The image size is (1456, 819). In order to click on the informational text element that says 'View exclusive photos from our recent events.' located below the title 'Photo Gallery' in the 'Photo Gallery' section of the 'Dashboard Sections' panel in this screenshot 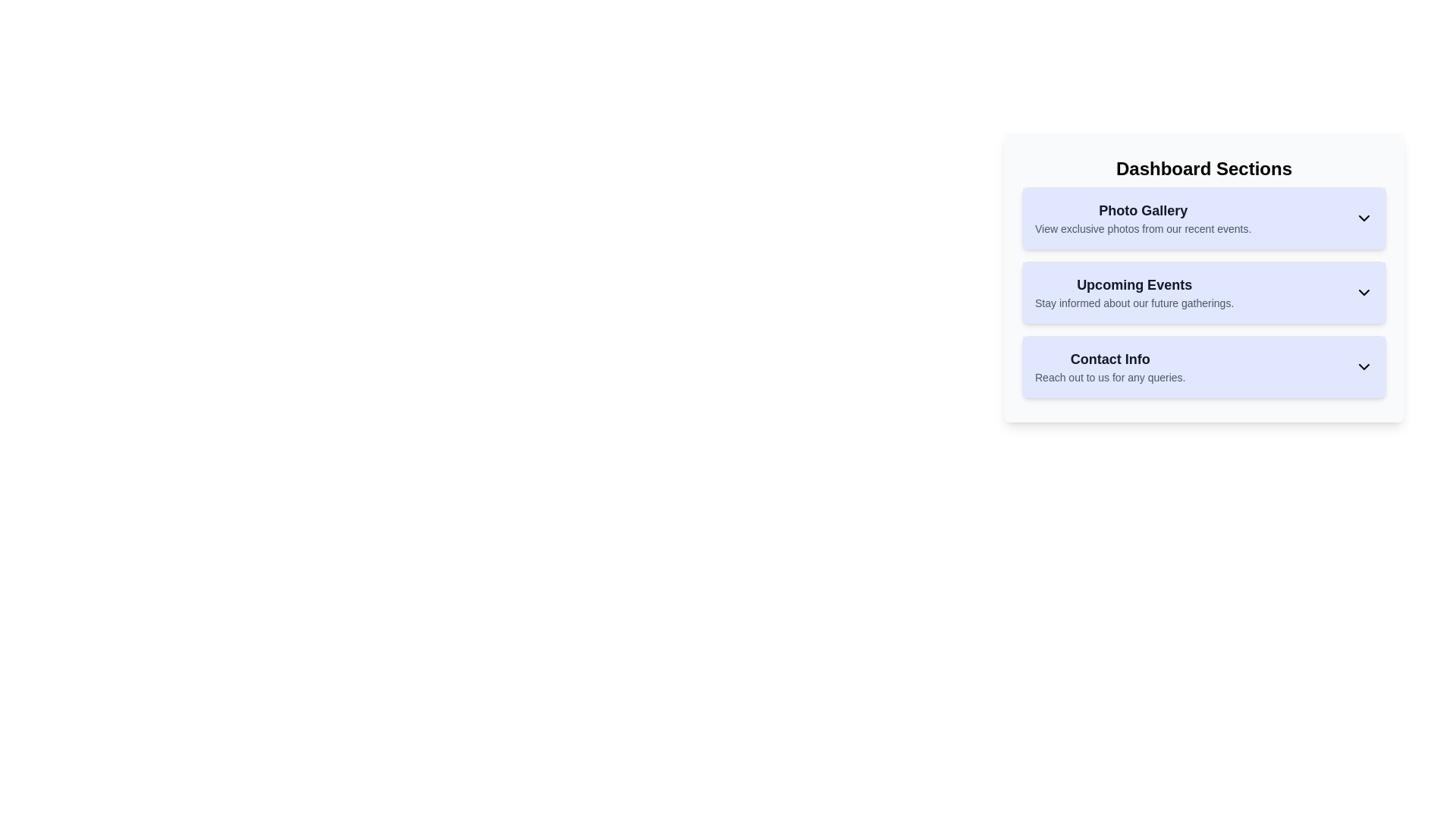, I will do `click(1143, 228)`.